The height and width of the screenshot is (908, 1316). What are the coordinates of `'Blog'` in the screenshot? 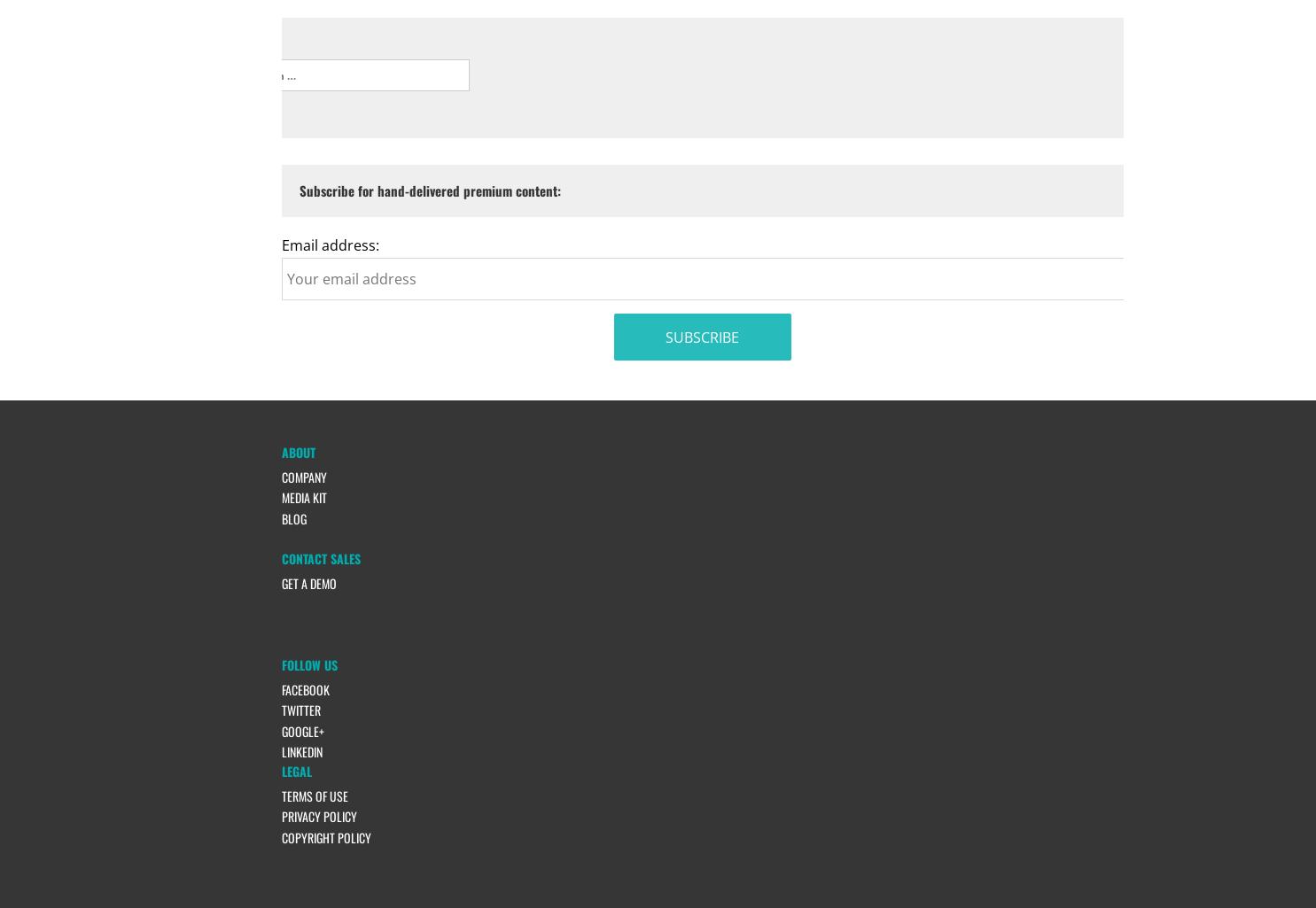 It's located at (292, 517).